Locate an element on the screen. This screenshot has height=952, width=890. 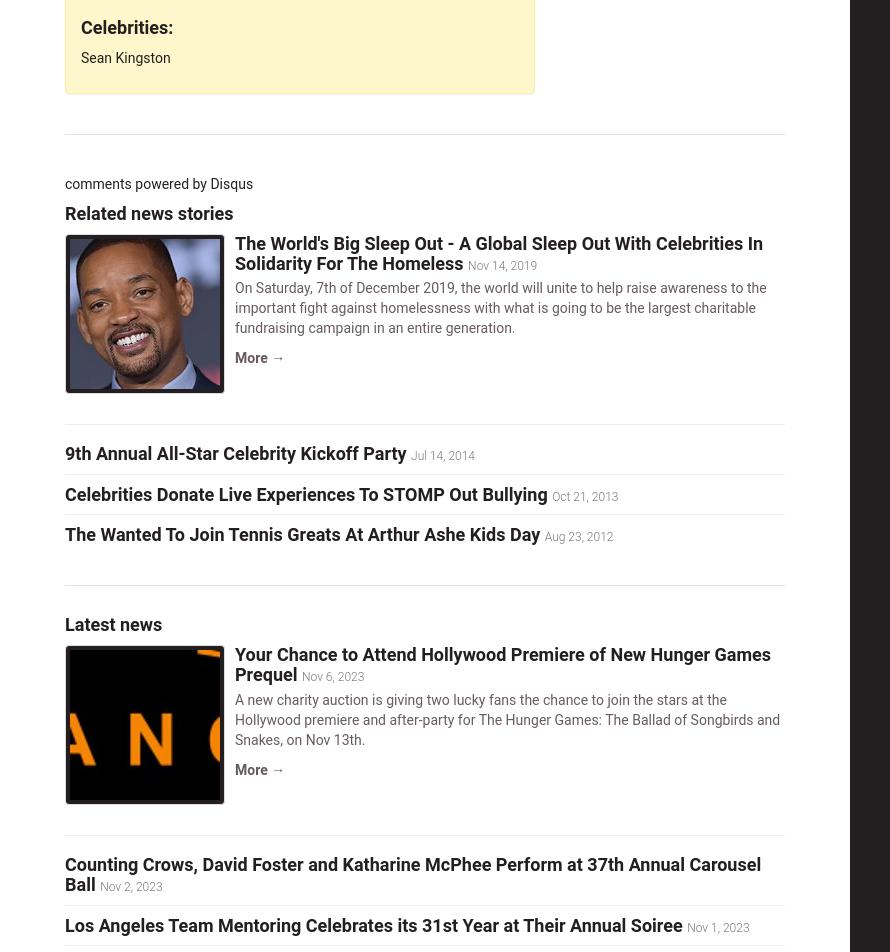
'Oct 21, 2013' is located at coordinates (550, 495).